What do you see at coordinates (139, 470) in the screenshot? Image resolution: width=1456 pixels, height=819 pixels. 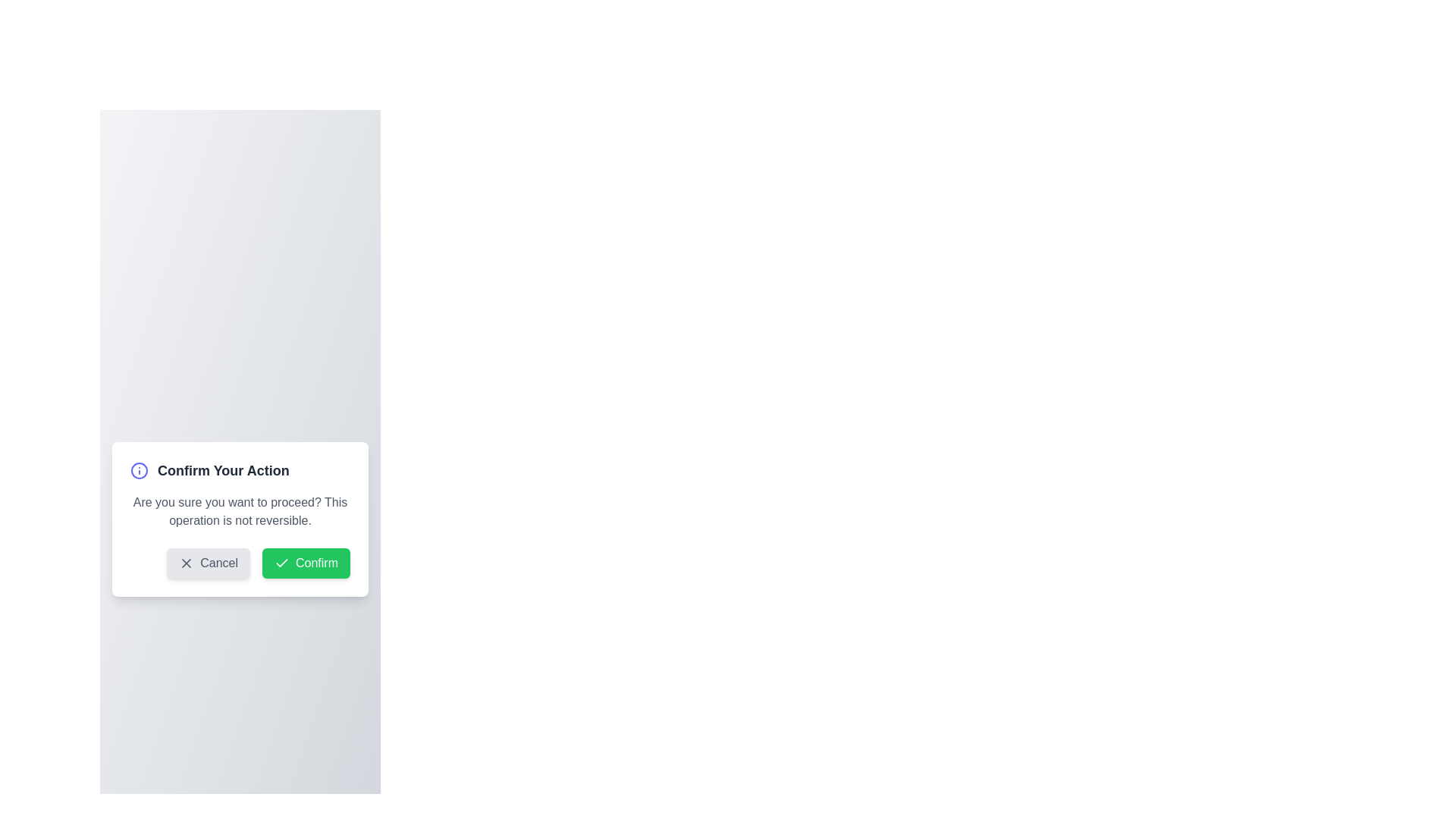 I see `the circular informational icon located at the top-left corner of the confirmation dialog box, which features a white stroke and a transparent fill with an exclamation mark inside` at bounding box center [139, 470].